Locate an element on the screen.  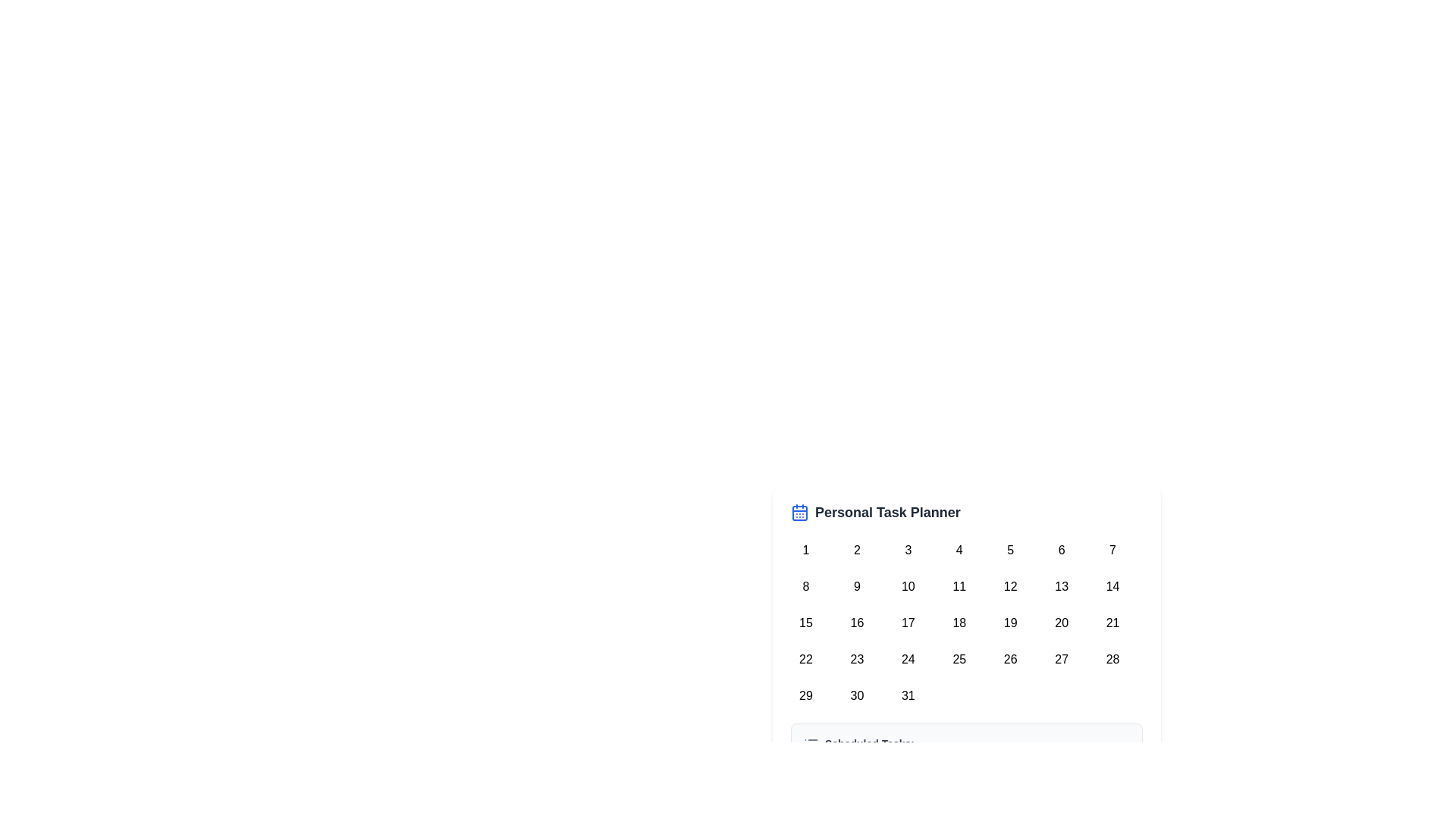
the button representing the 19th day of the month in the Personal Task Planner calendar is located at coordinates (1010, 623).